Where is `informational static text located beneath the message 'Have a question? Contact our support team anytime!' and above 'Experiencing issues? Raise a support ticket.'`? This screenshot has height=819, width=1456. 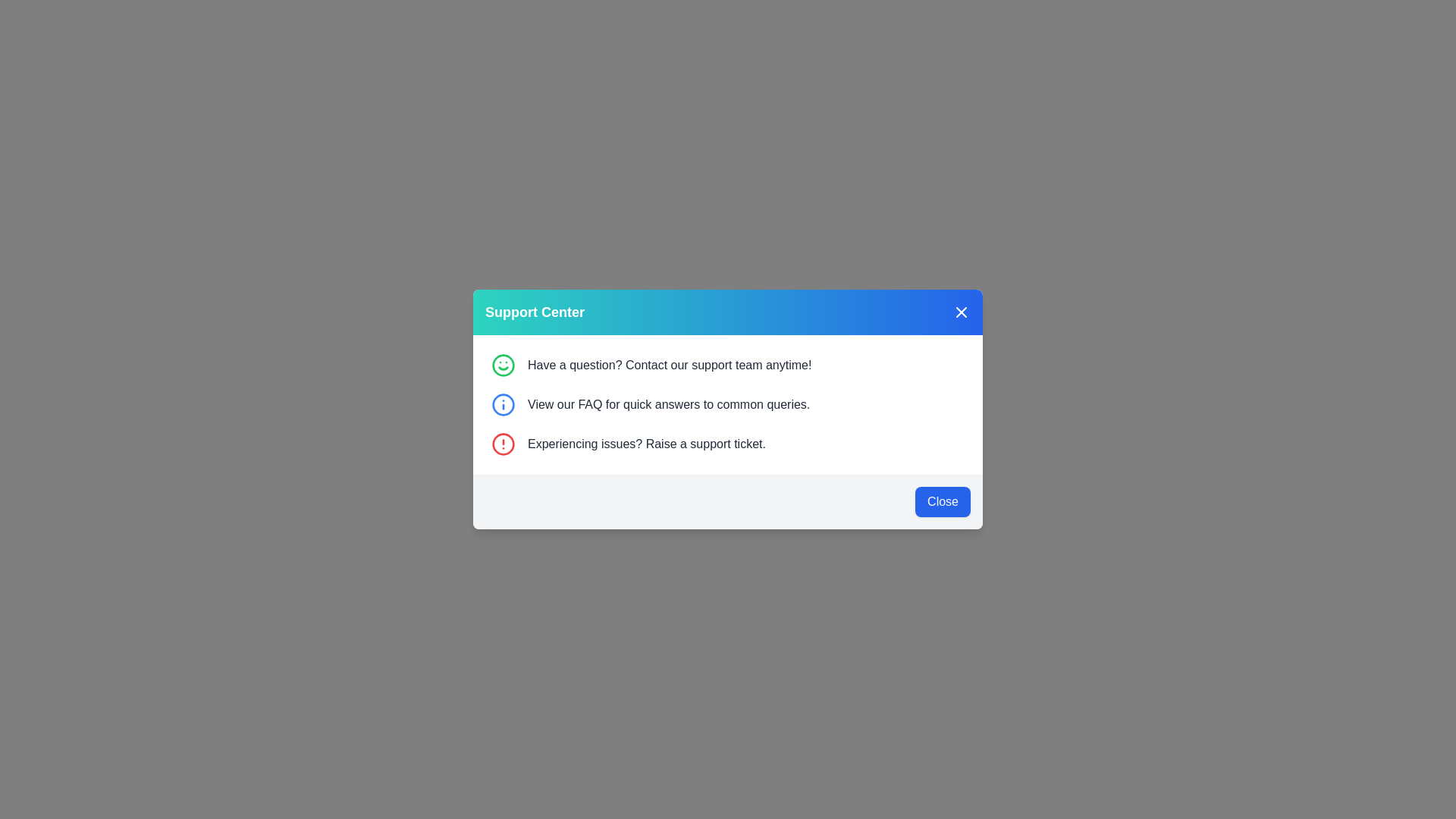 informational static text located beneath the message 'Have a question? Contact our support team anytime!' and above 'Experiencing issues? Raise a support ticket.' is located at coordinates (668, 403).